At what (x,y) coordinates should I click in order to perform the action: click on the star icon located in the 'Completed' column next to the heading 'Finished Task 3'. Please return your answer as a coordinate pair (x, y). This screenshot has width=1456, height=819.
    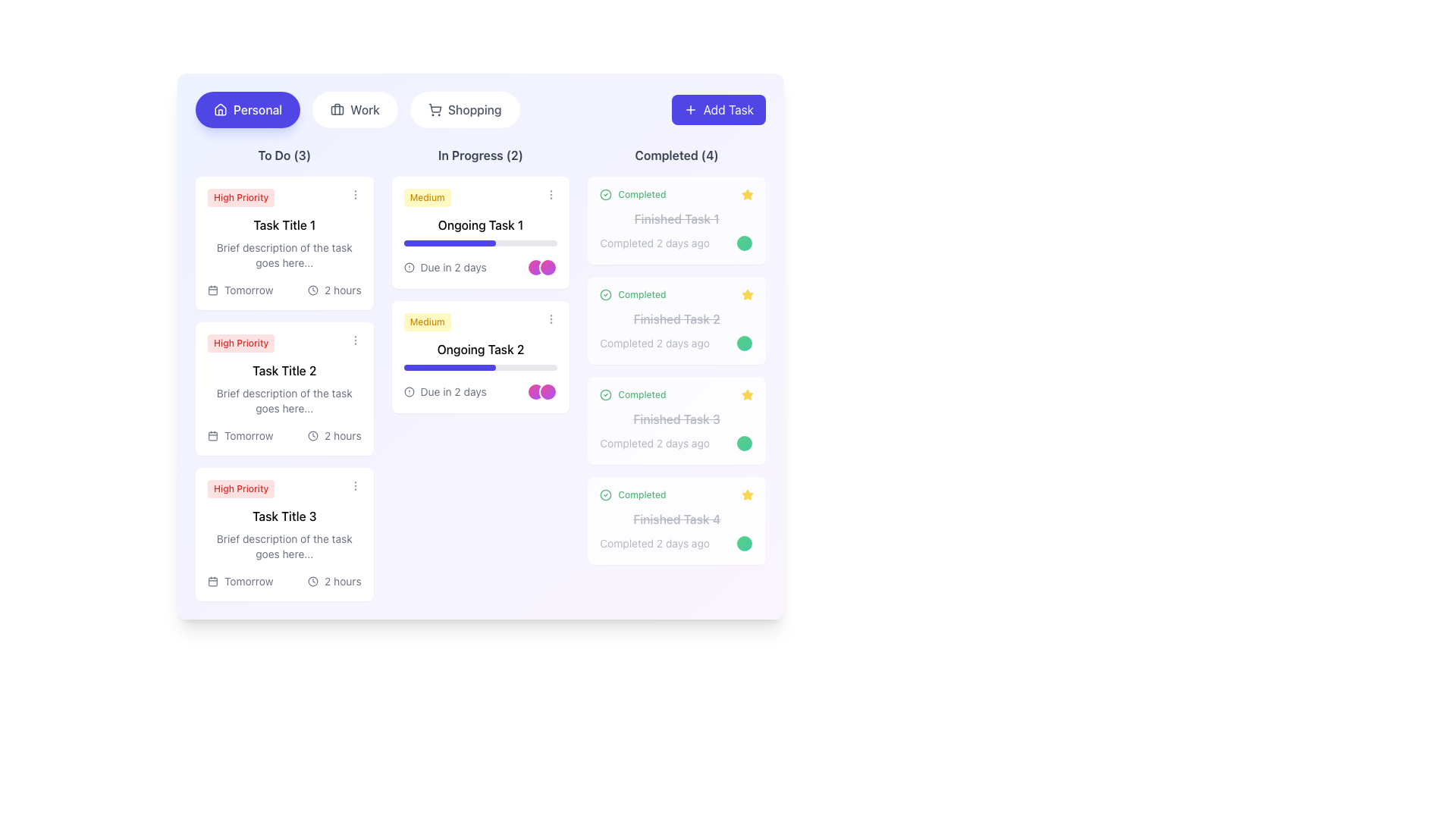
    Looking at the image, I should click on (747, 394).